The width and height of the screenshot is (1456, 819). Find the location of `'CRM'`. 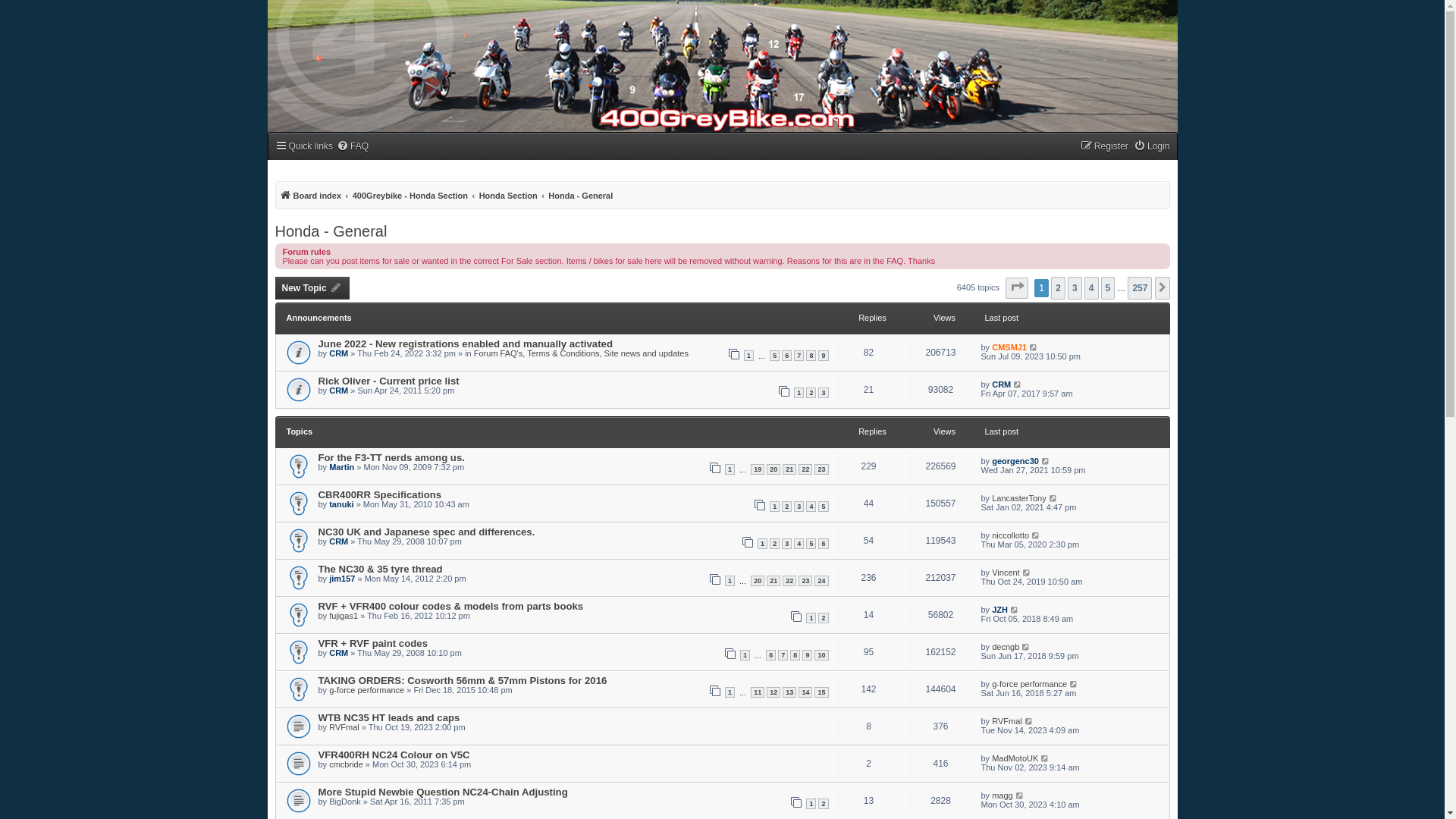

'CRM' is located at coordinates (328, 353).